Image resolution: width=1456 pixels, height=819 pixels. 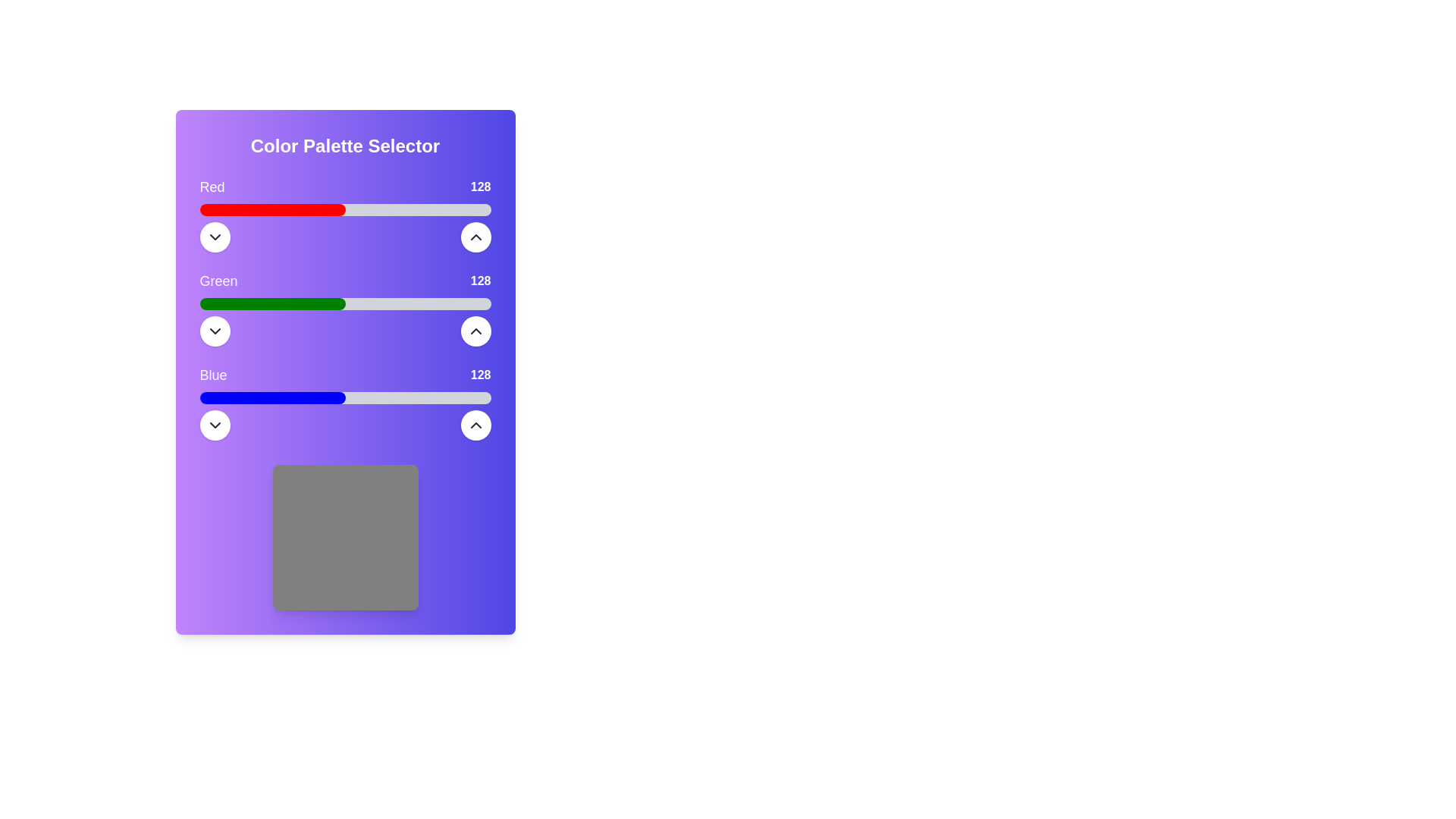 I want to click on the green component of the color, so click(x=376, y=304).